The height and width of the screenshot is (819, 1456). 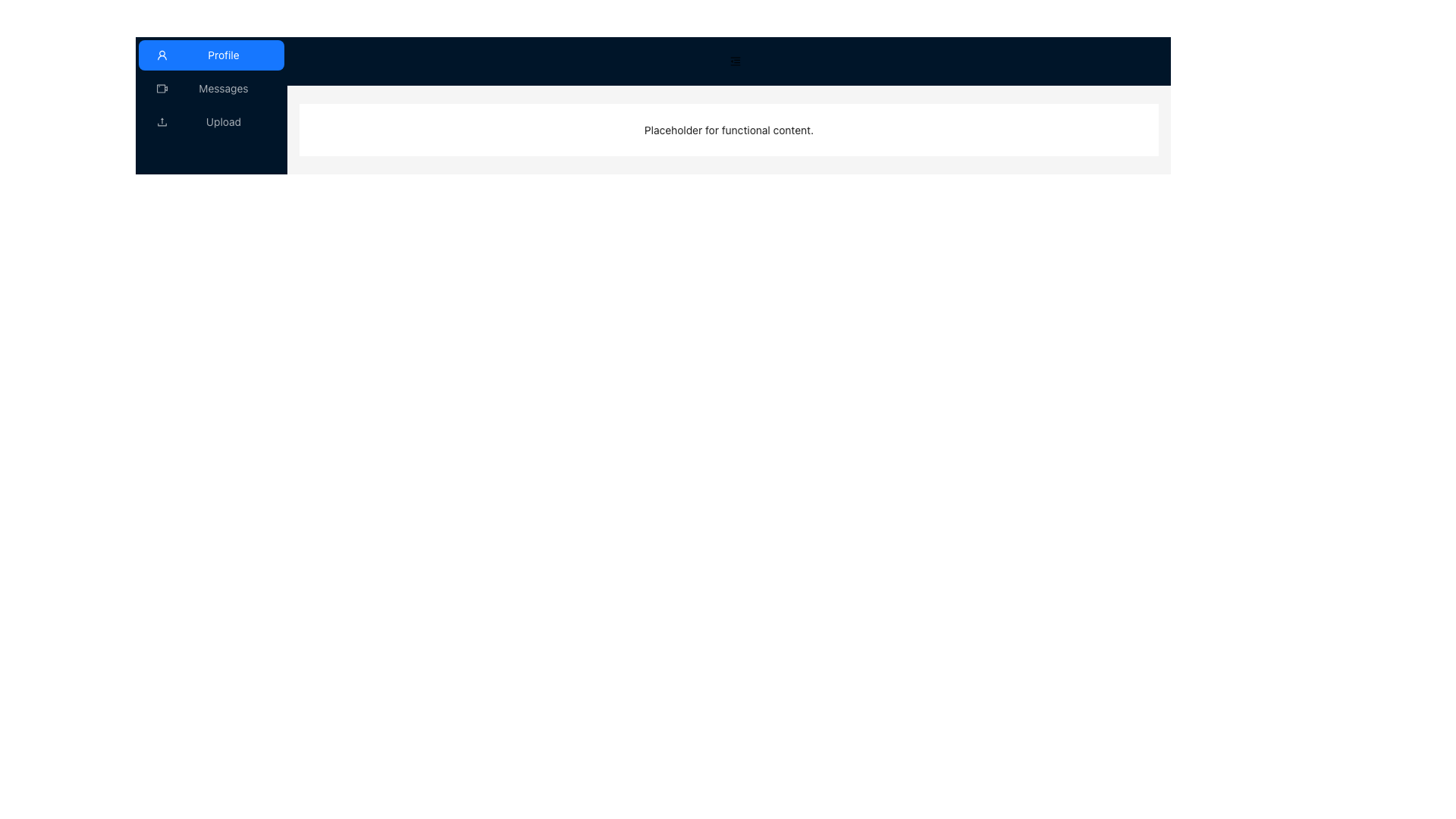 I want to click on the third menu item located in the vertical navigation menu on the left side of the interface, so click(x=210, y=121).